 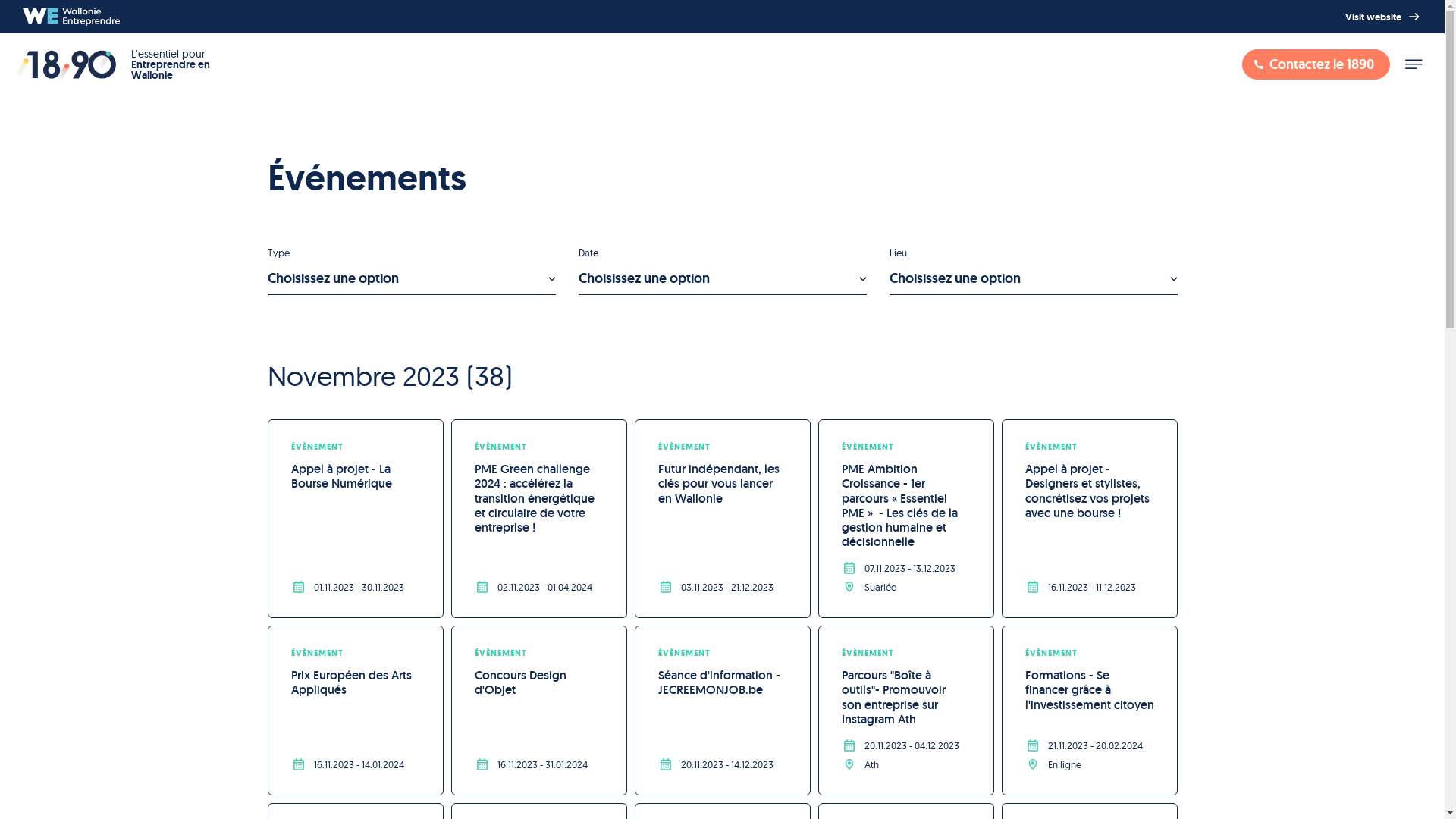 What do you see at coordinates (1345, 17) in the screenshot?
I see `'Visit website'` at bounding box center [1345, 17].